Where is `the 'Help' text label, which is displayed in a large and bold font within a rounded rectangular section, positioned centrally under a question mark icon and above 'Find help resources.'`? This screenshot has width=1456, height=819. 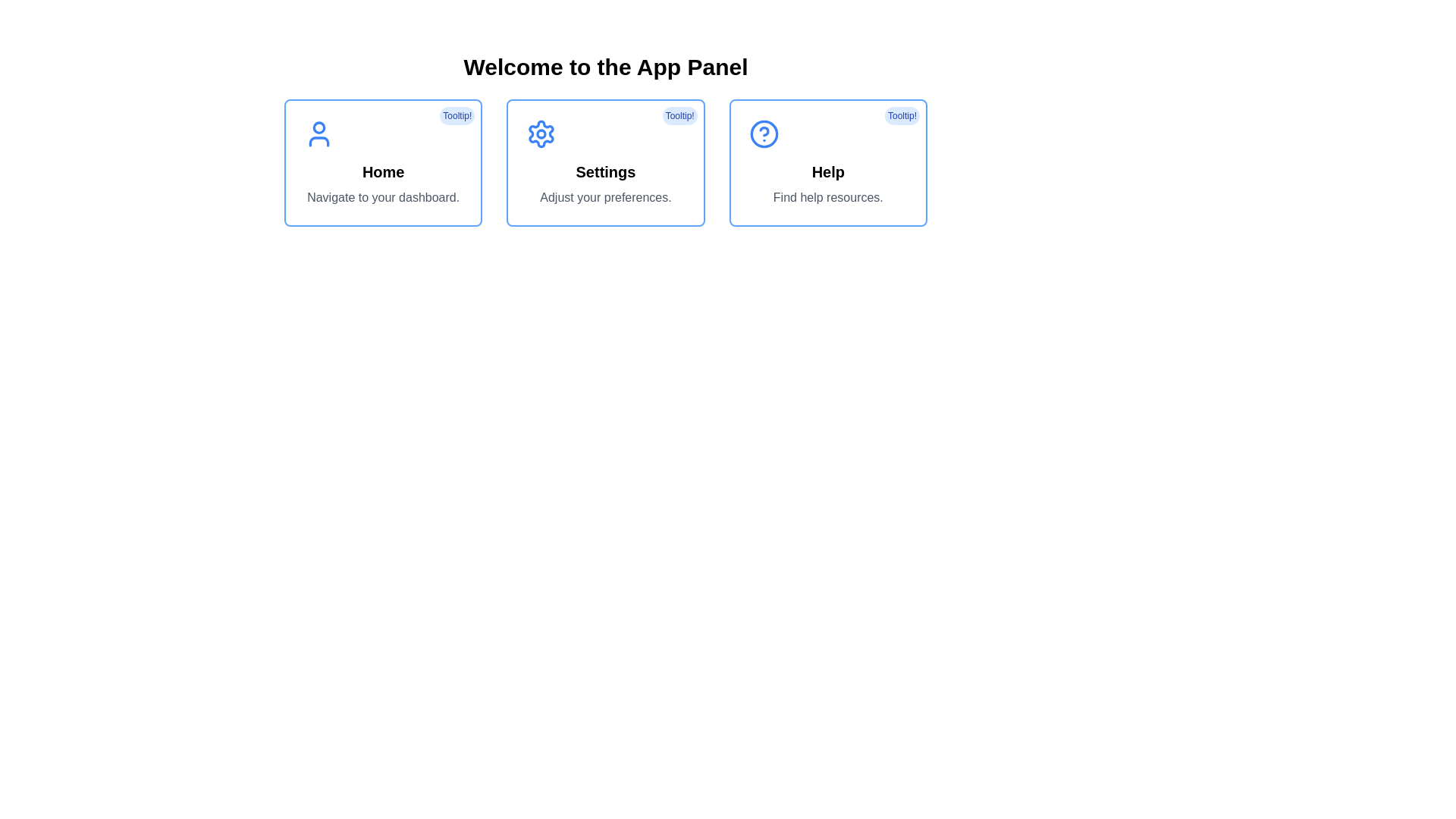
the 'Help' text label, which is displayed in a large and bold font within a rounded rectangular section, positioned centrally under a question mark icon and above 'Find help resources.' is located at coordinates (827, 171).